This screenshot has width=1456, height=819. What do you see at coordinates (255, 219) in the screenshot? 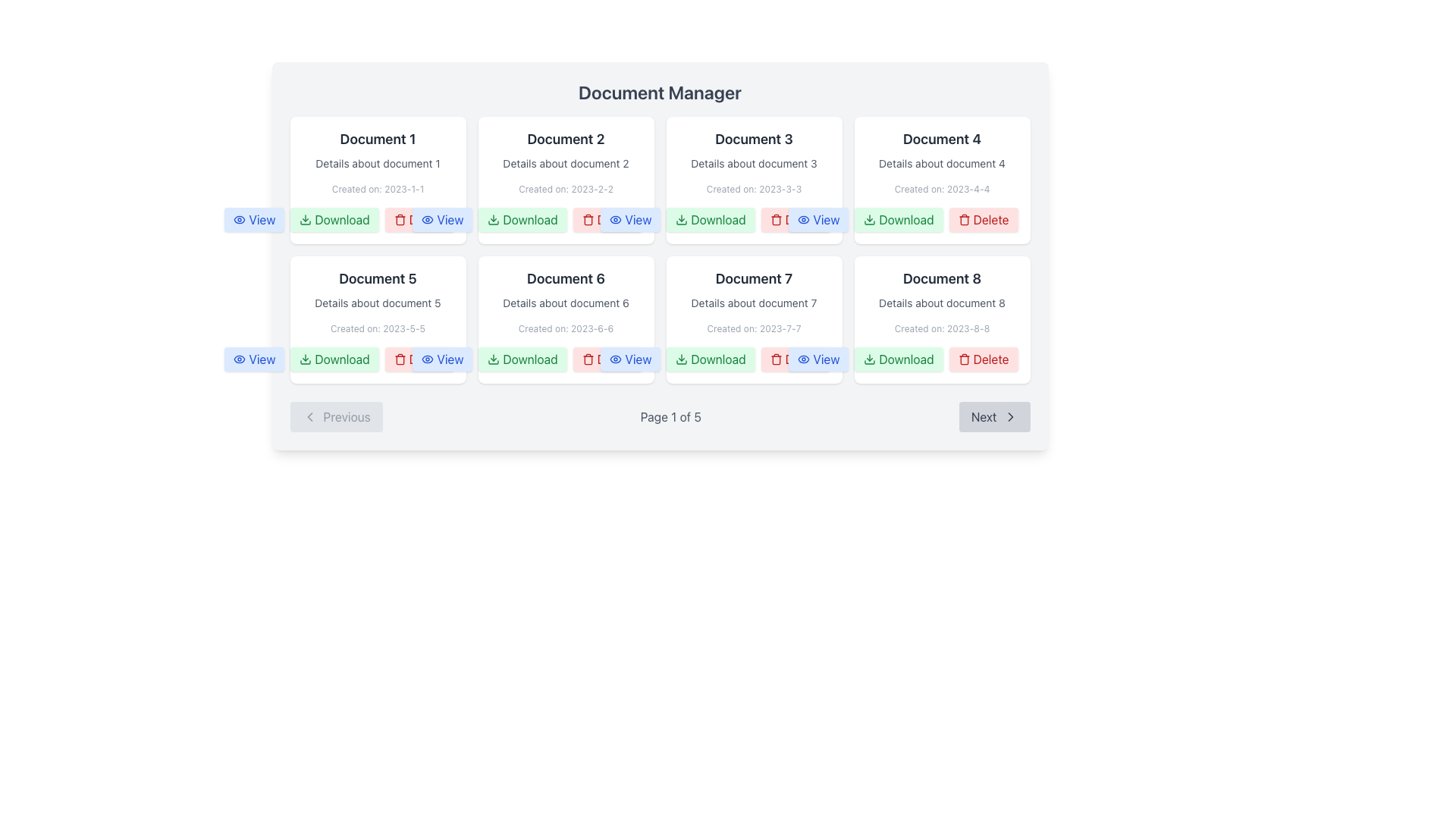
I see `the button located at the top-left corner of the document grid` at bounding box center [255, 219].